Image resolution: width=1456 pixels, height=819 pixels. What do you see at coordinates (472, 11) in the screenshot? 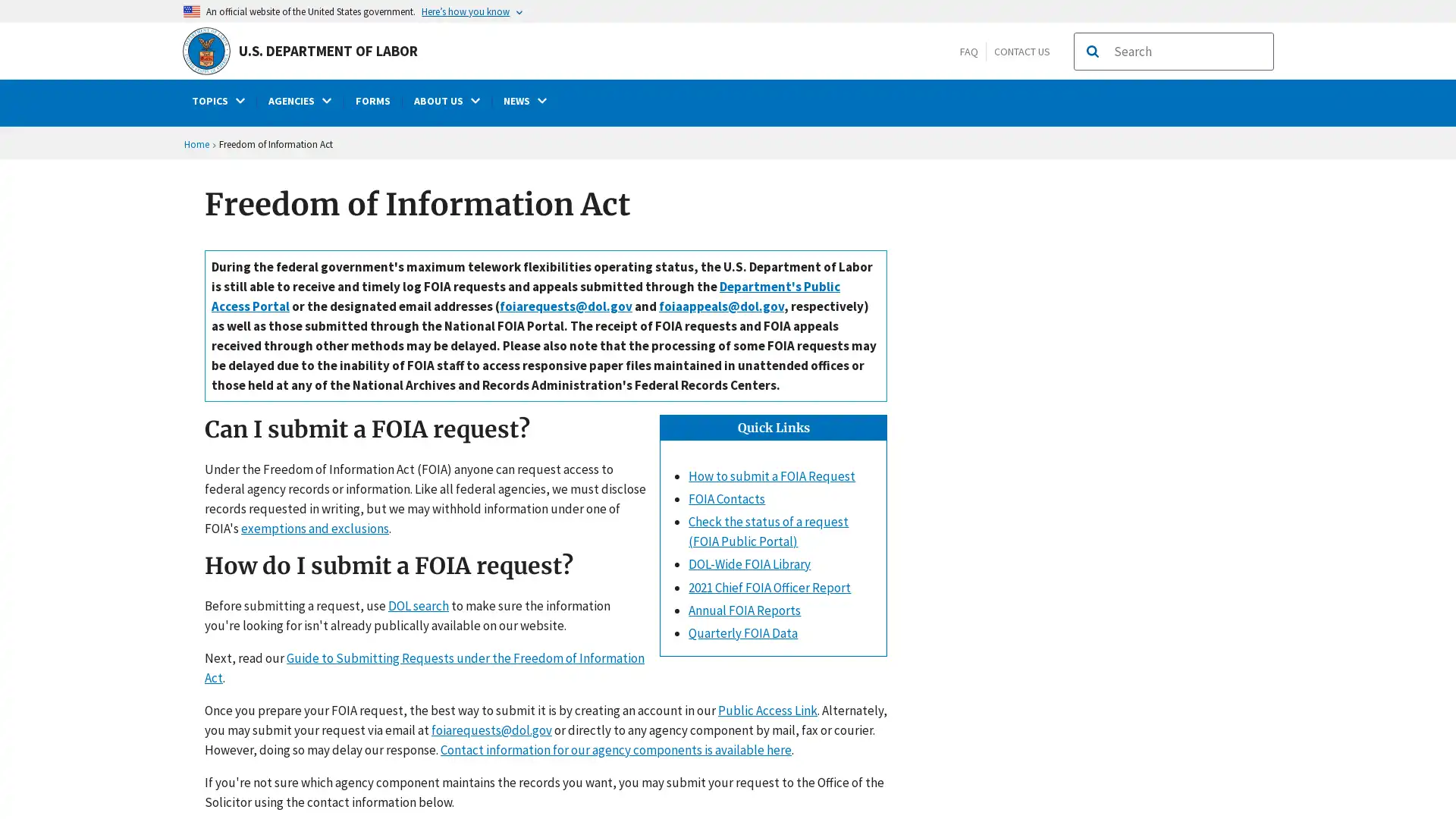
I see `Heres how you know` at bounding box center [472, 11].